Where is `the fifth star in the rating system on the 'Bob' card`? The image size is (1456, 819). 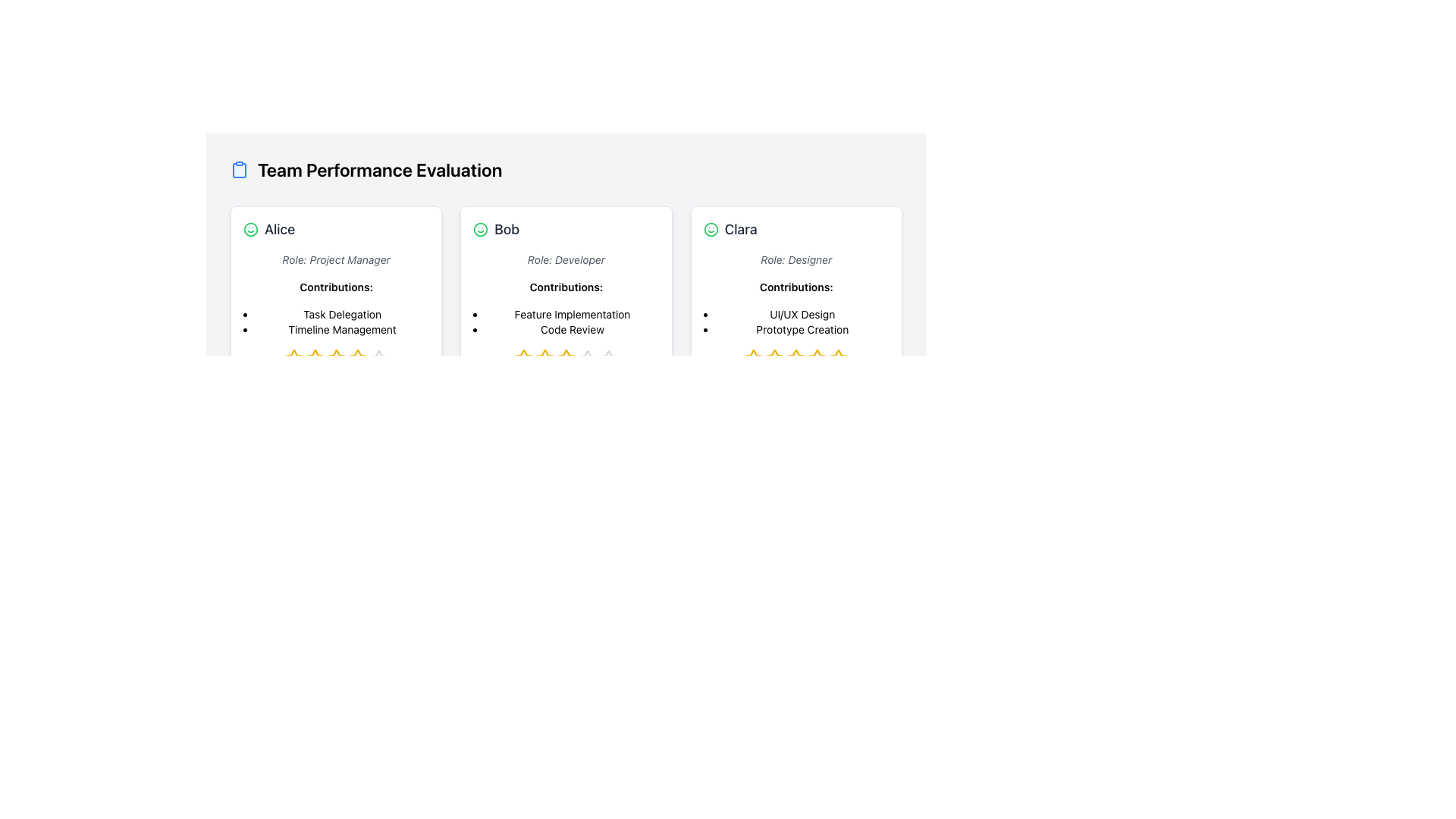 the fifth star in the rating system on the 'Bob' card is located at coordinates (608, 359).